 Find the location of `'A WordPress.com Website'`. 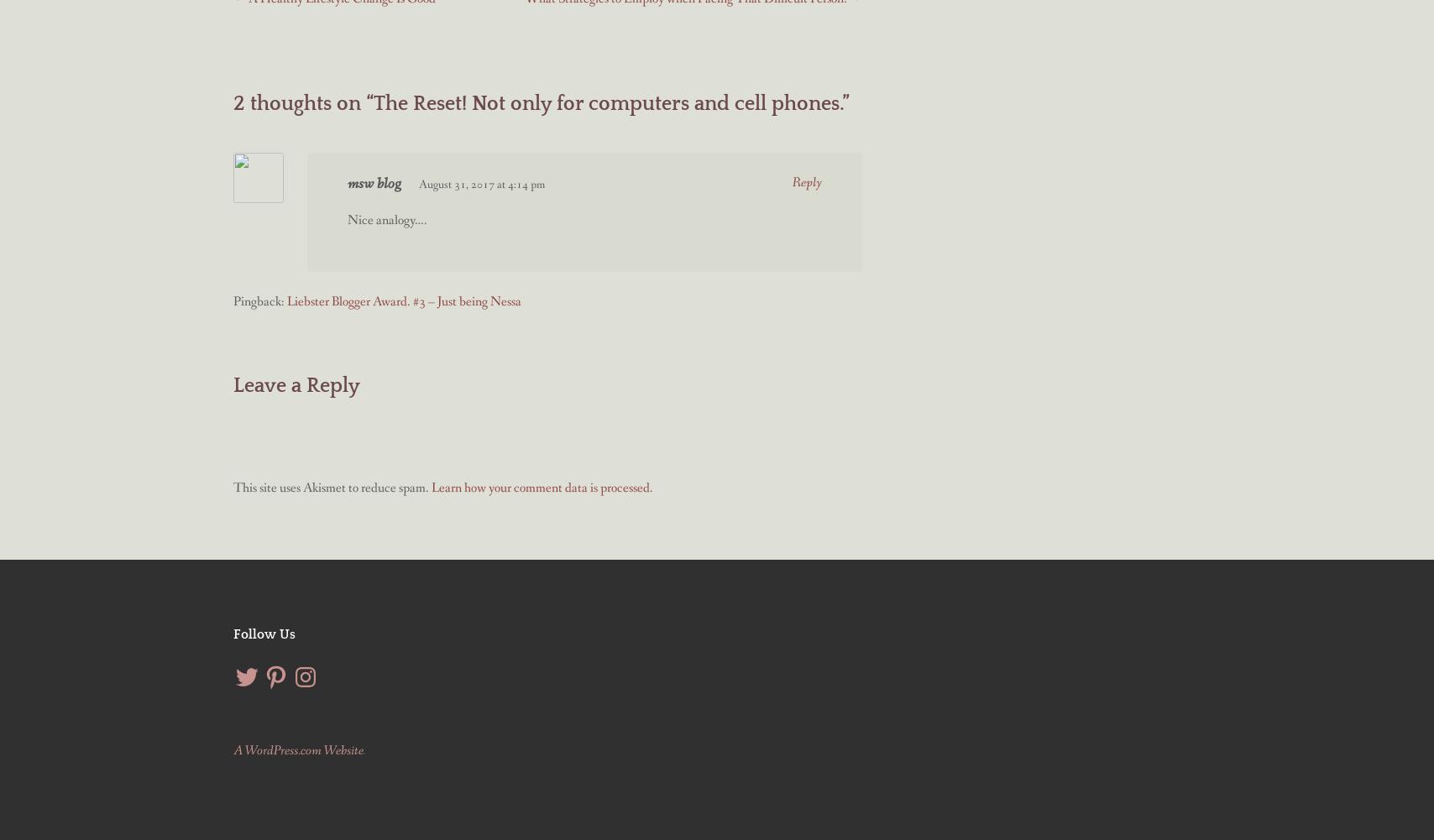

'A WordPress.com Website' is located at coordinates (233, 750).